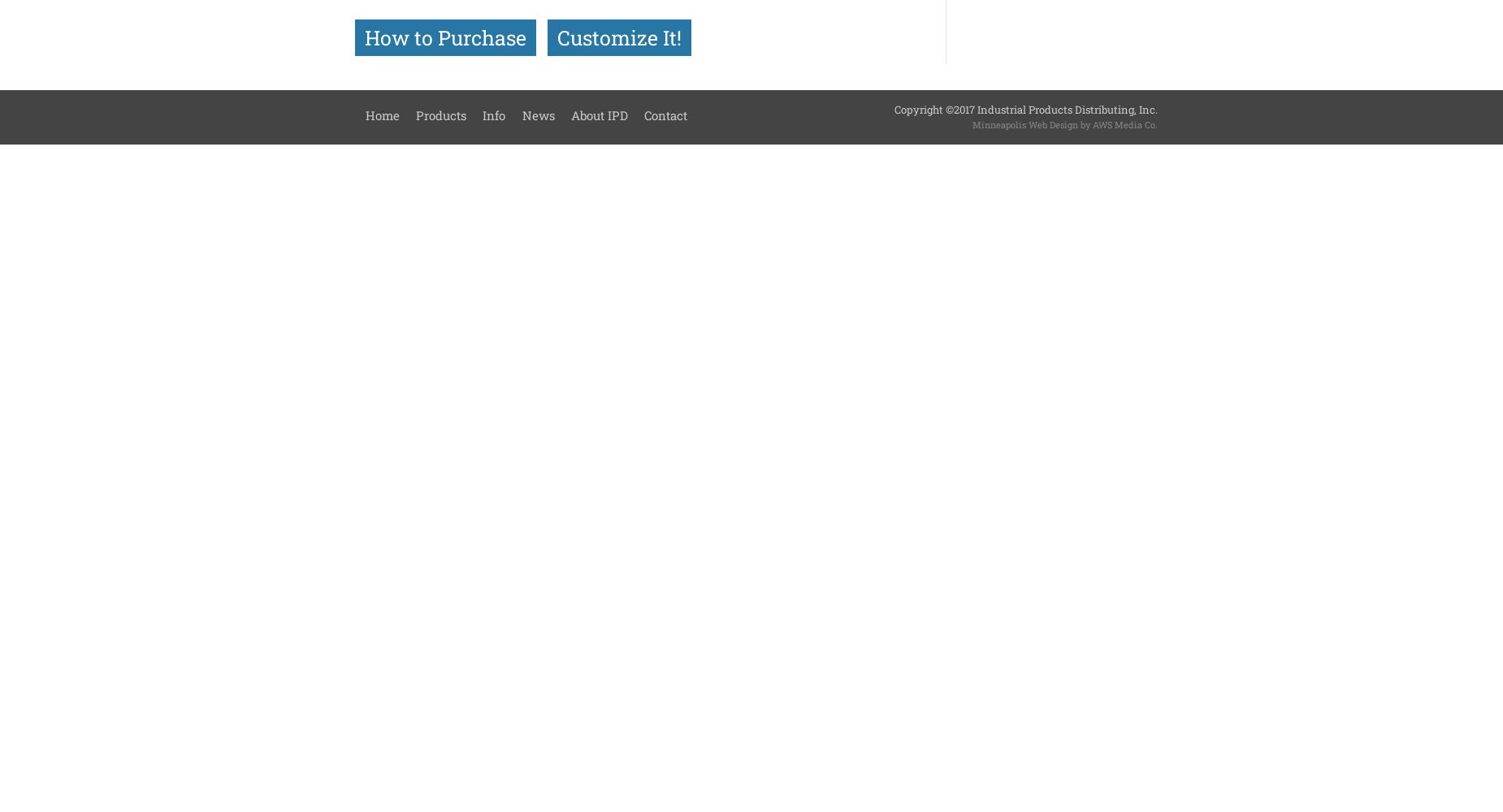 The image size is (1503, 812). What do you see at coordinates (1024, 109) in the screenshot?
I see `'Copyright ©2017 Industrial Products Distributing, Inc.'` at bounding box center [1024, 109].